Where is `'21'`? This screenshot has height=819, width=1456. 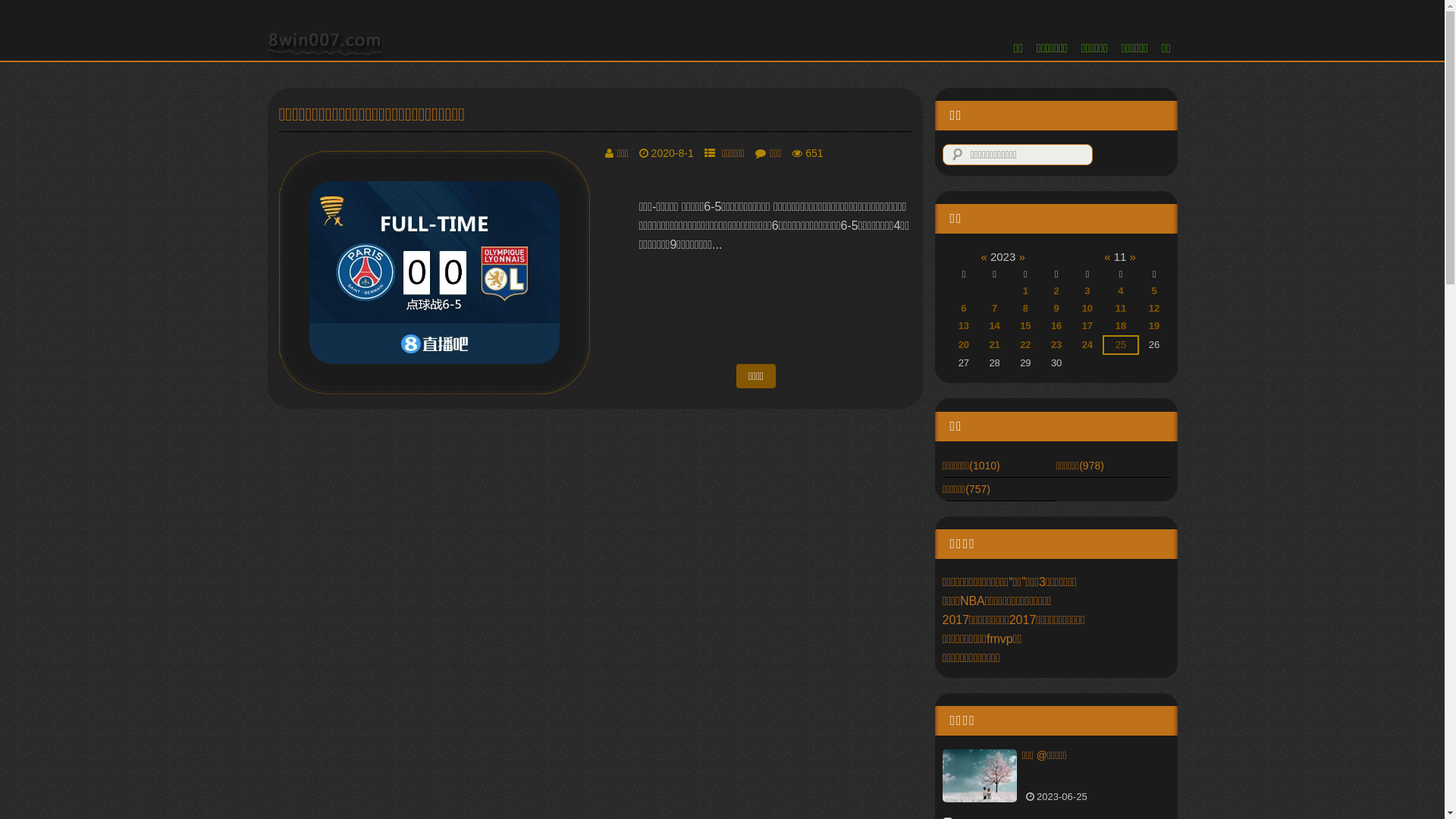
'21' is located at coordinates (993, 344).